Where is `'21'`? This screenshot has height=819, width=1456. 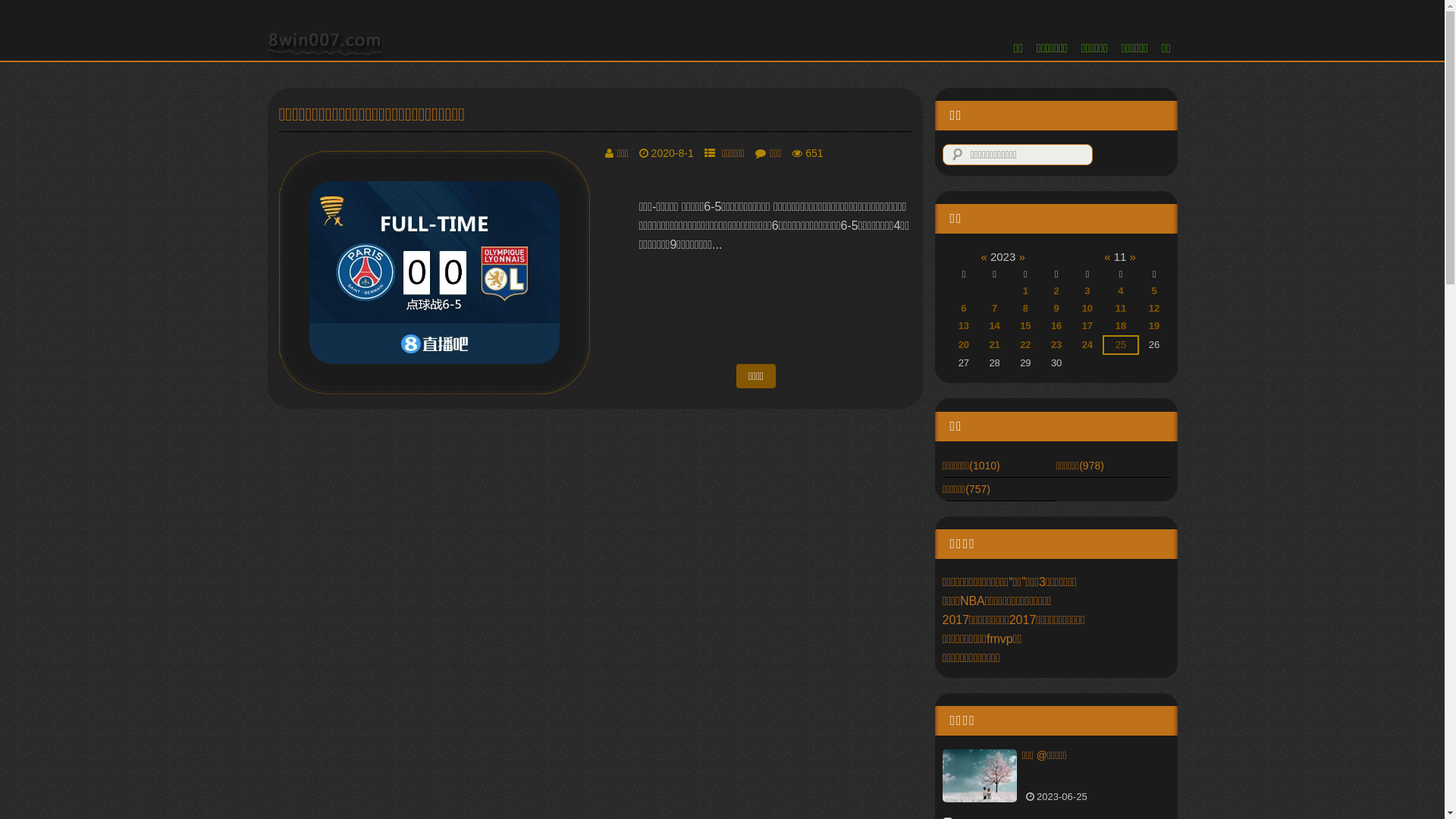
'21' is located at coordinates (993, 344).